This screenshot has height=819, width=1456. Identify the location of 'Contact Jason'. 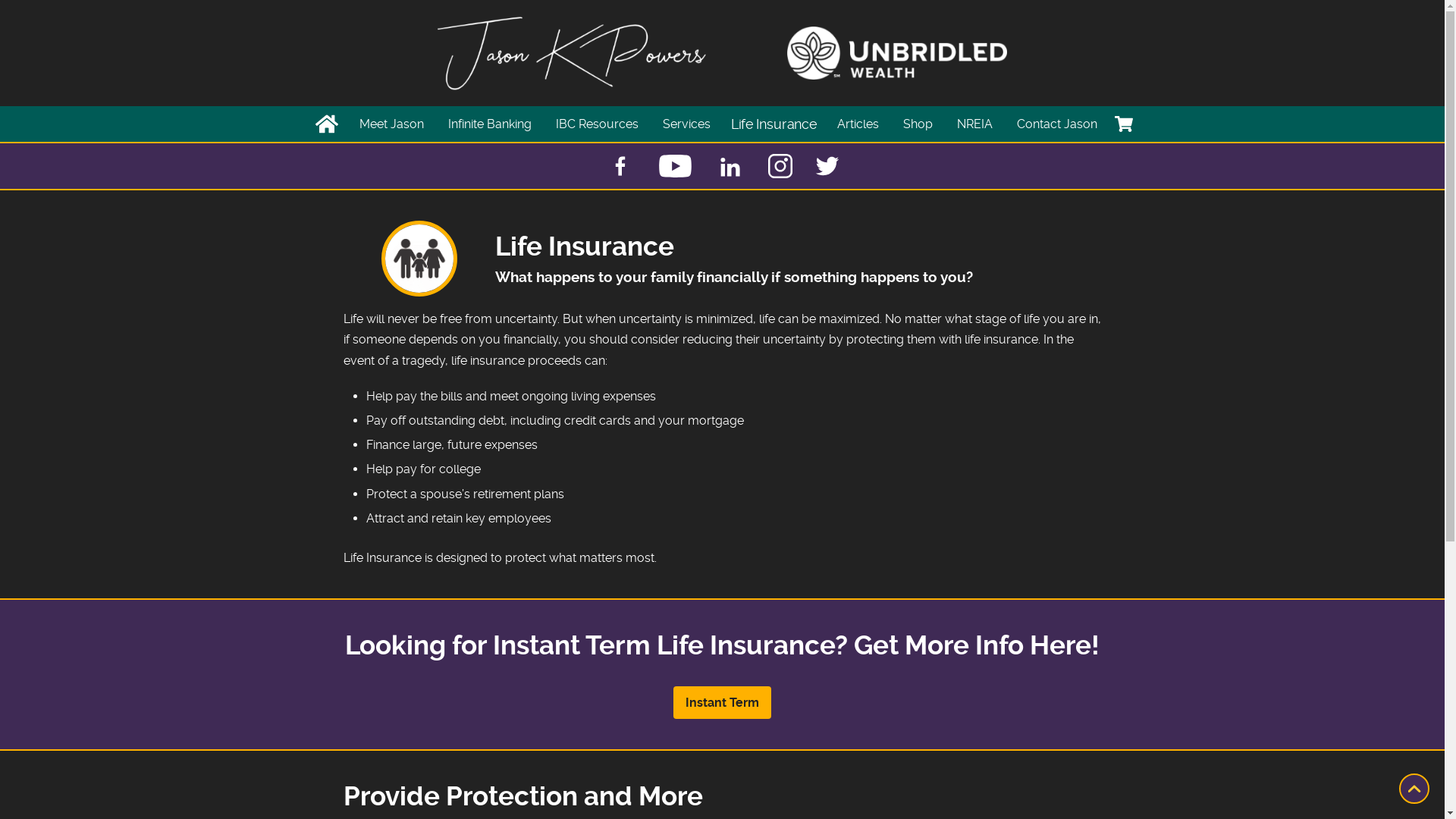
(1055, 123).